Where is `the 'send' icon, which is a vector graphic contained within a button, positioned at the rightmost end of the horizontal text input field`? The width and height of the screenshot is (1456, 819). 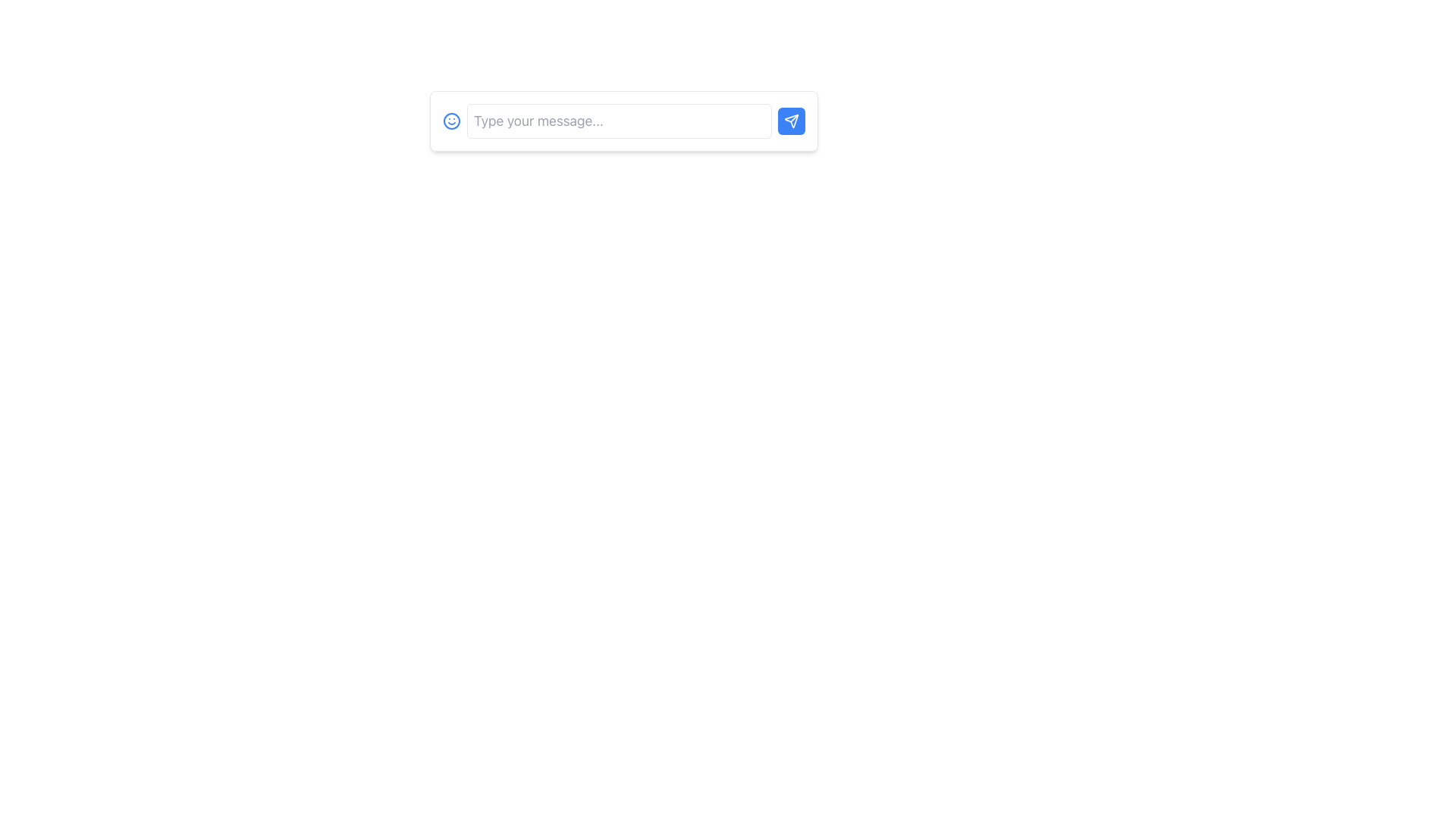
the 'send' icon, which is a vector graphic contained within a button, positioned at the rightmost end of the horizontal text input field is located at coordinates (790, 120).